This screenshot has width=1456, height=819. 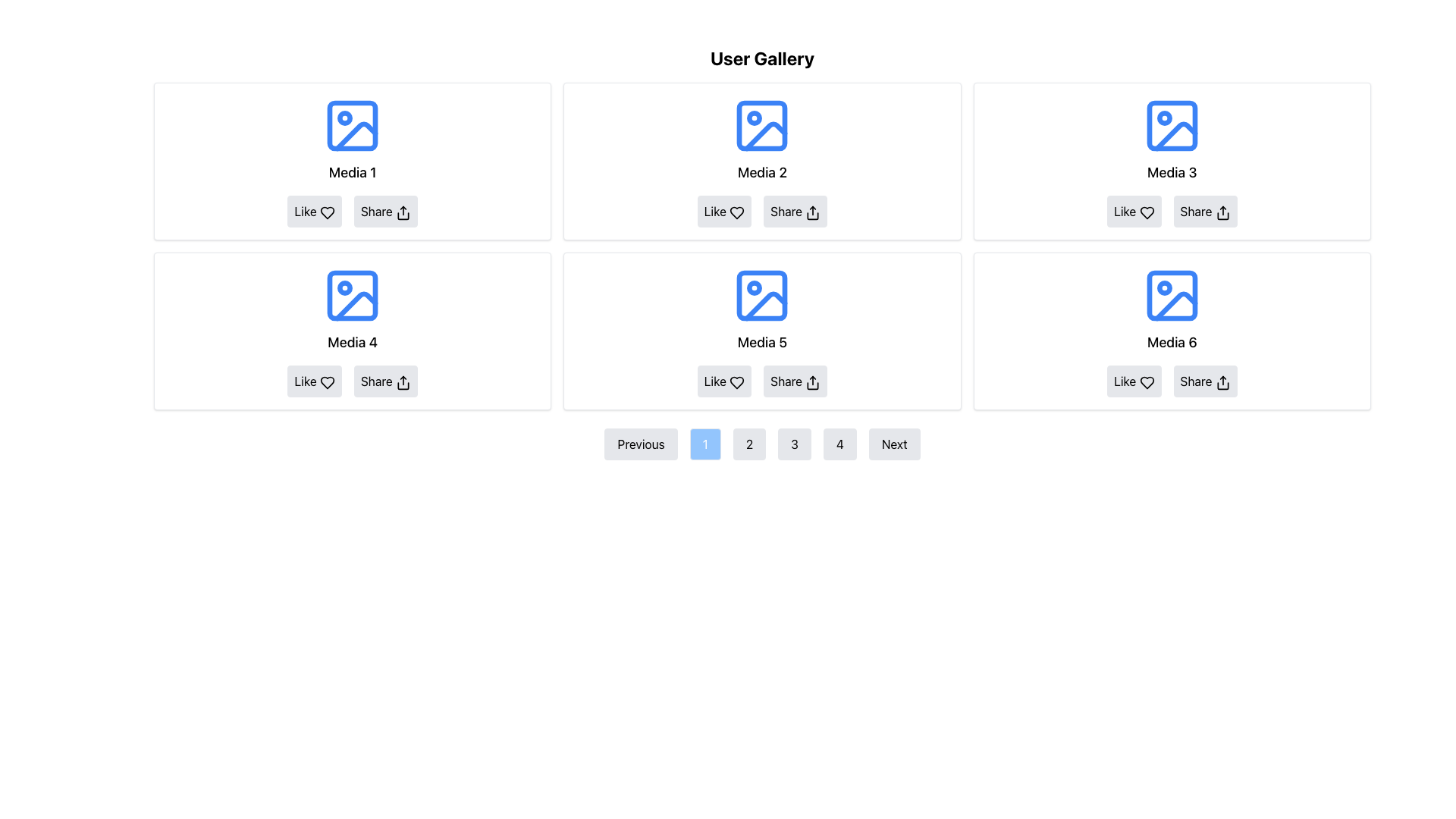 What do you see at coordinates (1171, 124) in the screenshot?
I see `the Image Placeholder Icon, which is a blue square with a diagonal line and a small circular shape inside, located above the text label 'Media 3'` at bounding box center [1171, 124].